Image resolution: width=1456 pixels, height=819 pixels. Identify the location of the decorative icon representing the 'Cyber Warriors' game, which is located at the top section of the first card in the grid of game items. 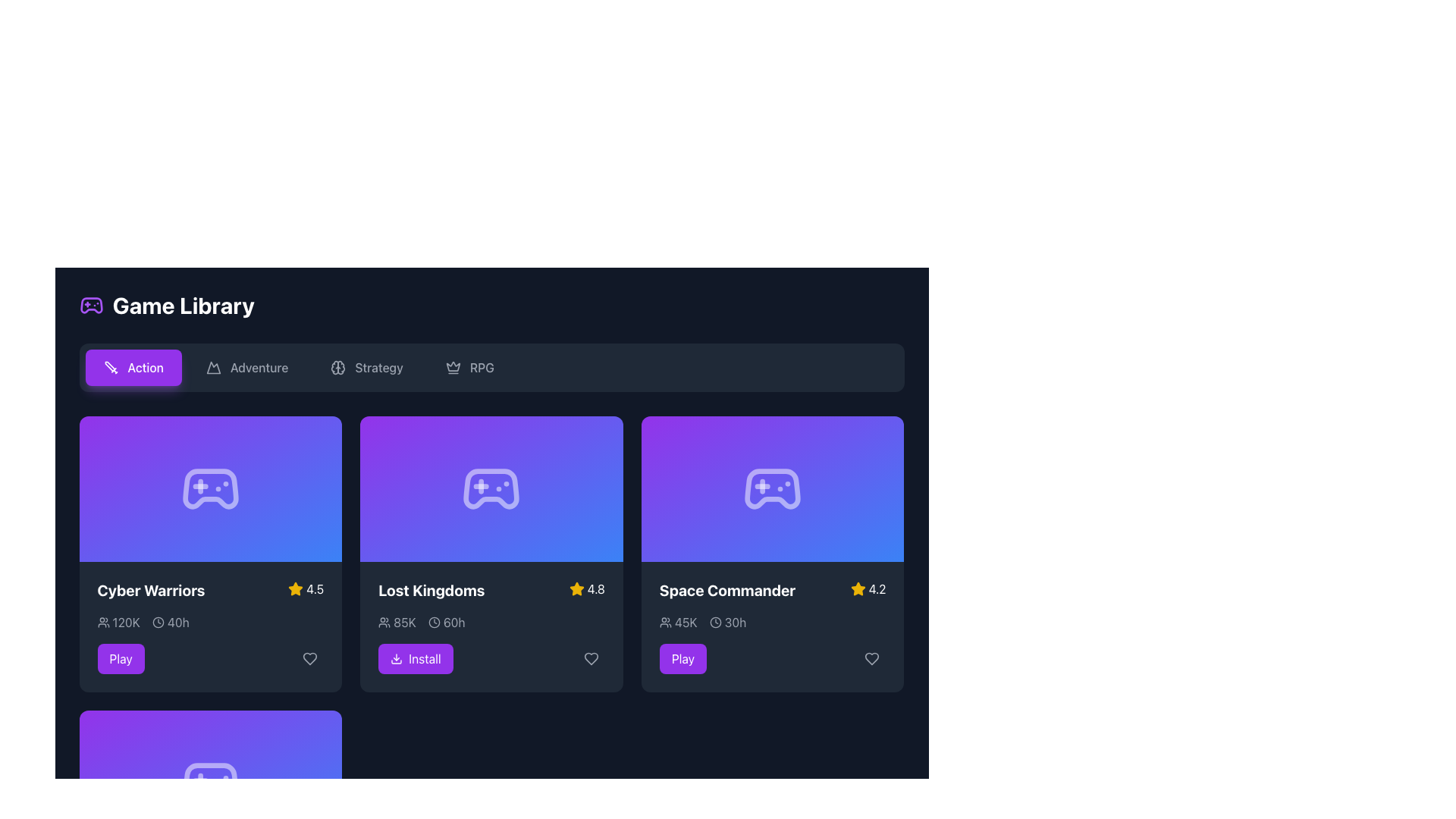
(209, 488).